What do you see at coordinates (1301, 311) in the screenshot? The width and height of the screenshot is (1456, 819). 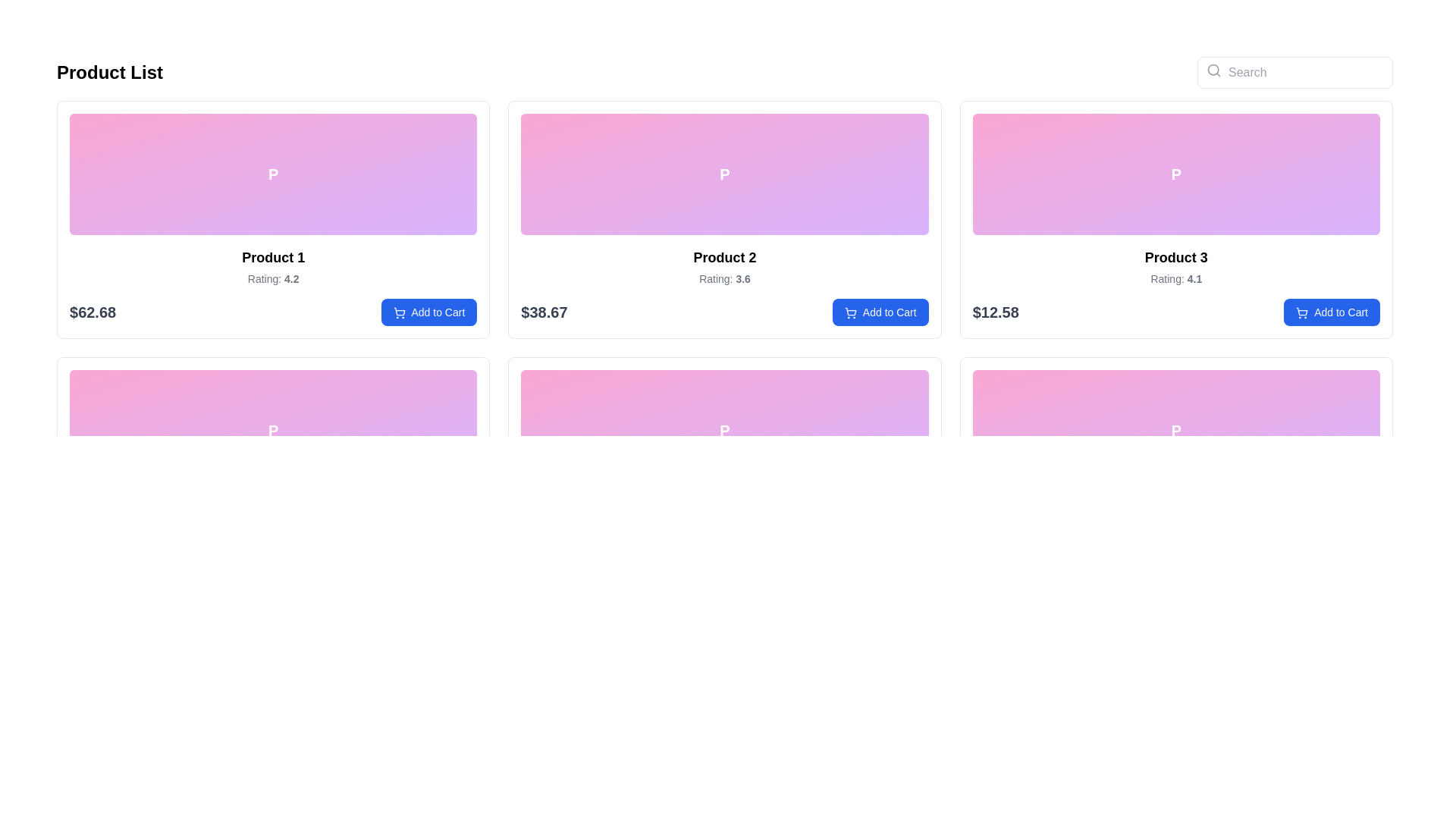 I see `the shopping cart icon next to the 'Add to Cart' button for 'Product 3' in the product grid` at bounding box center [1301, 311].